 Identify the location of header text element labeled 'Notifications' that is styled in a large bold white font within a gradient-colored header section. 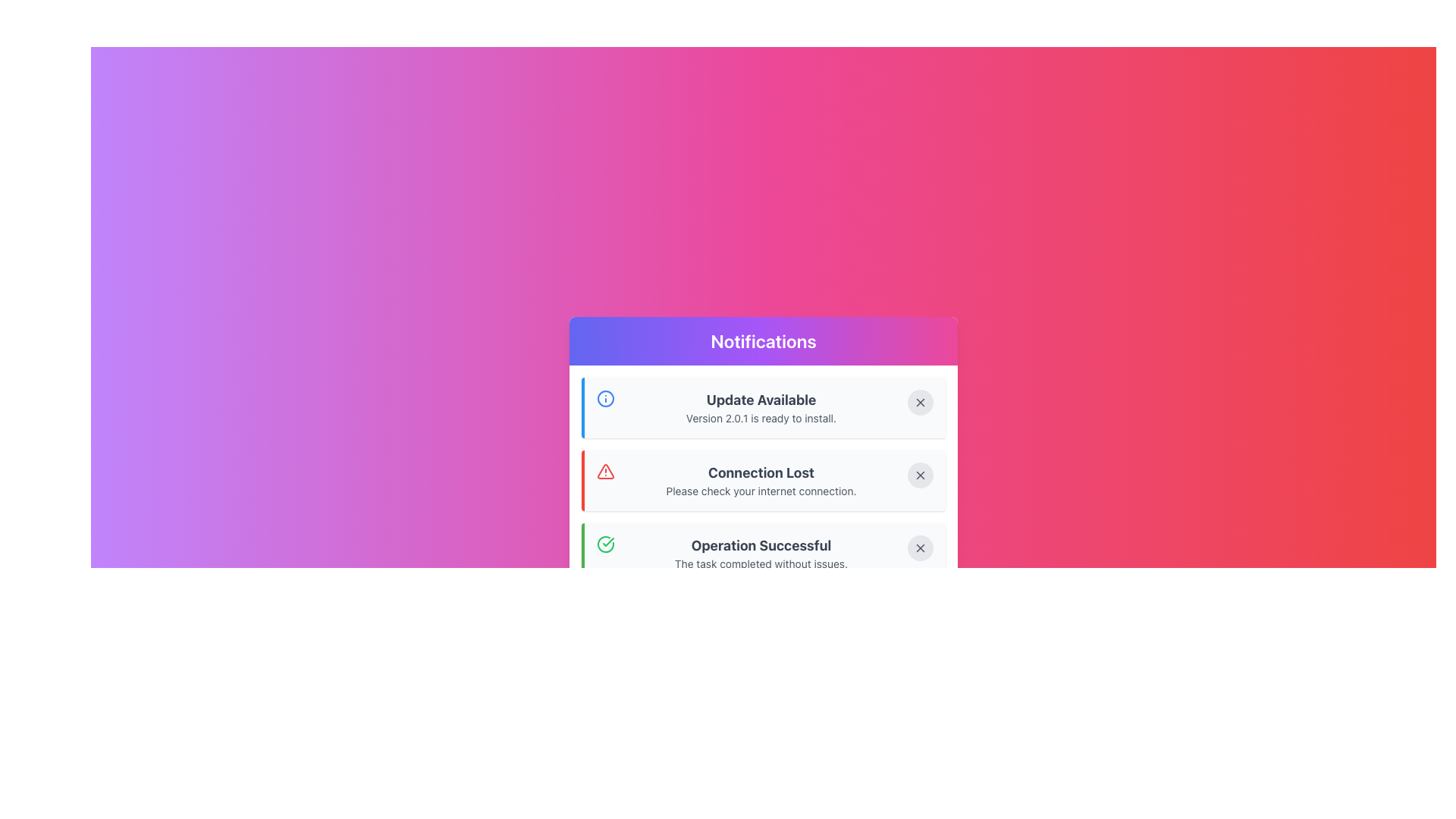
(764, 341).